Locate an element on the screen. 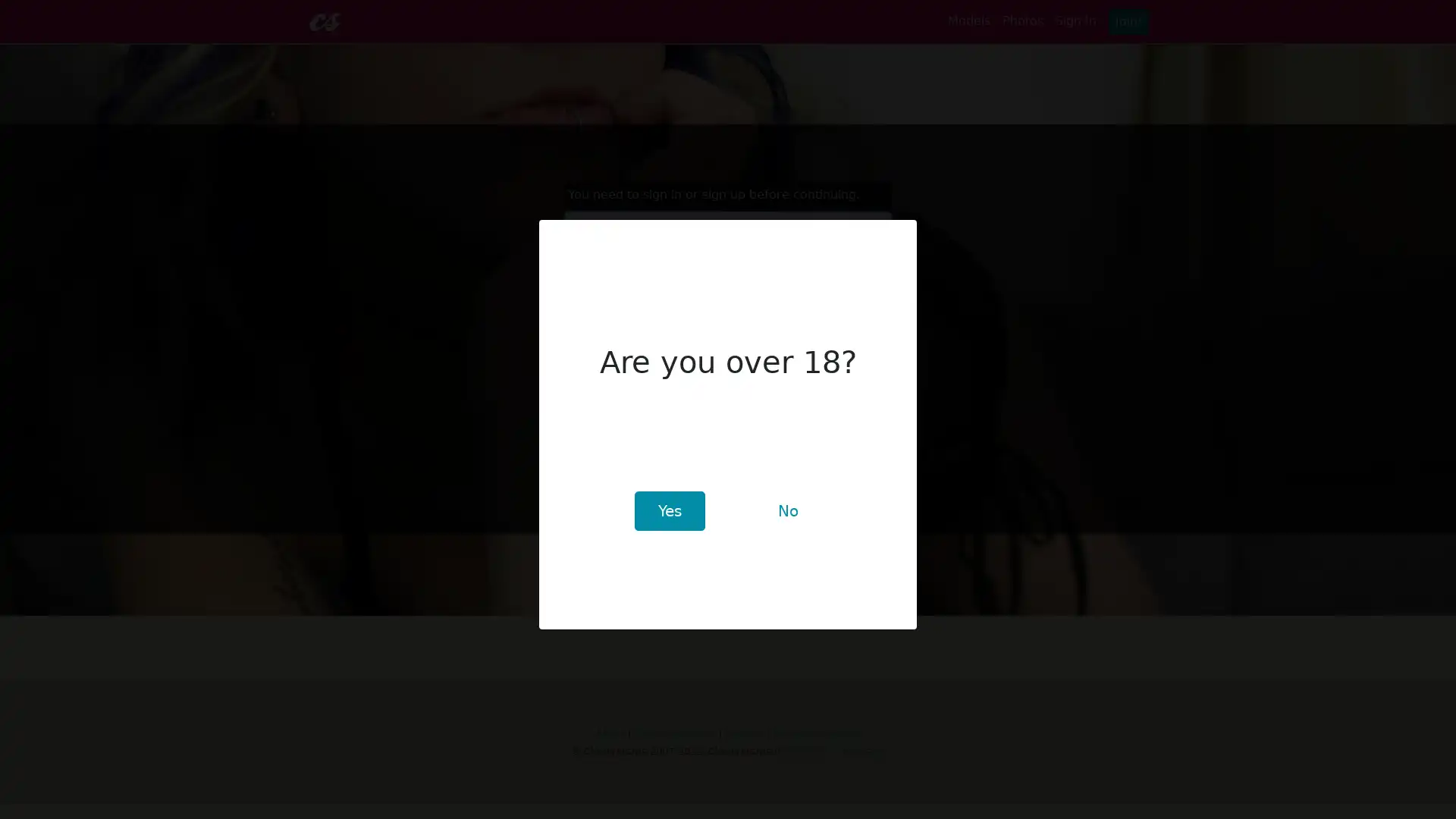 The width and height of the screenshot is (1456, 819). Yes is located at coordinates (668, 511).